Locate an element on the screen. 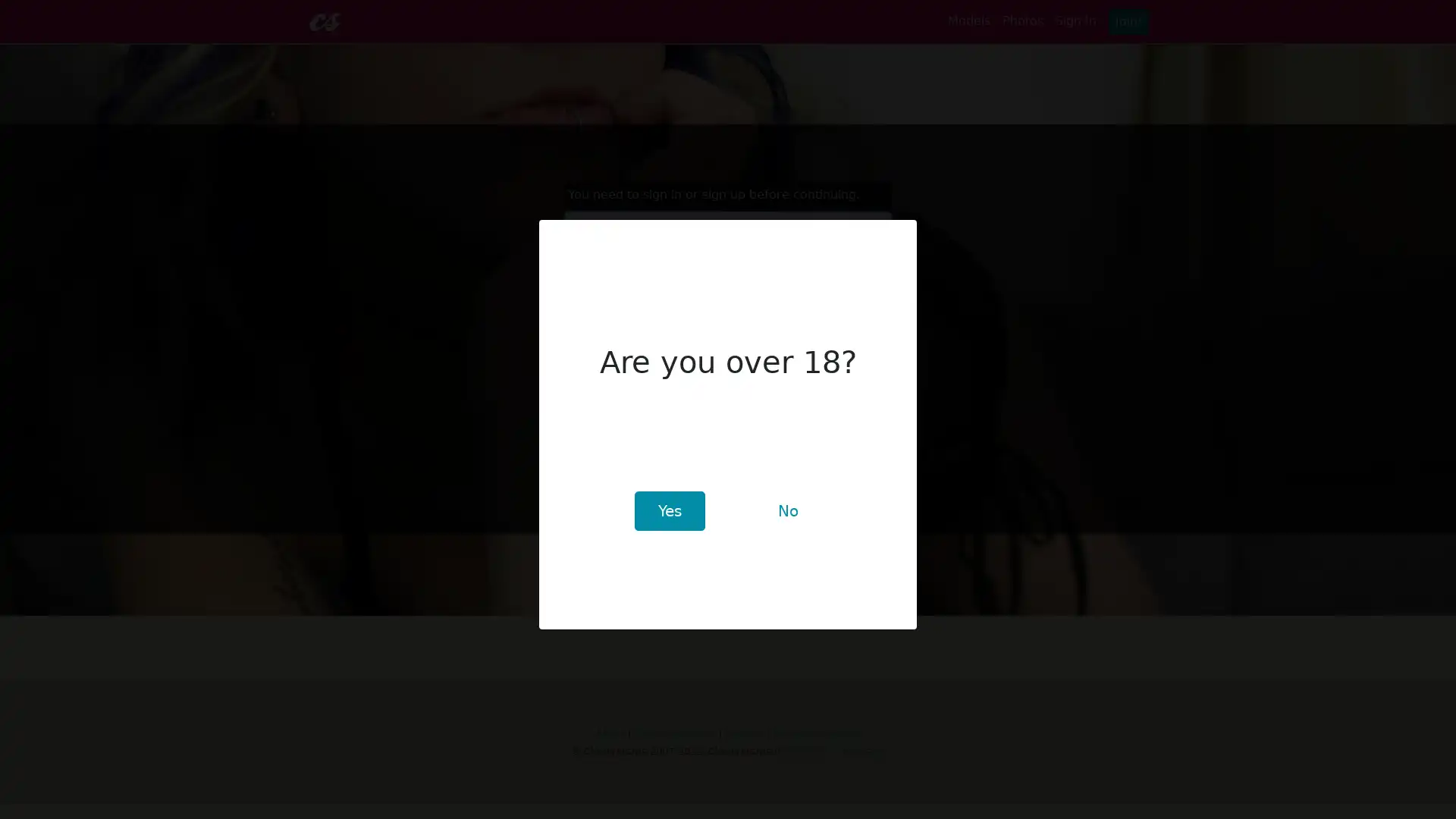 The width and height of the screenshot is (1456, 819). Yes is located at coordinates (668, 511).